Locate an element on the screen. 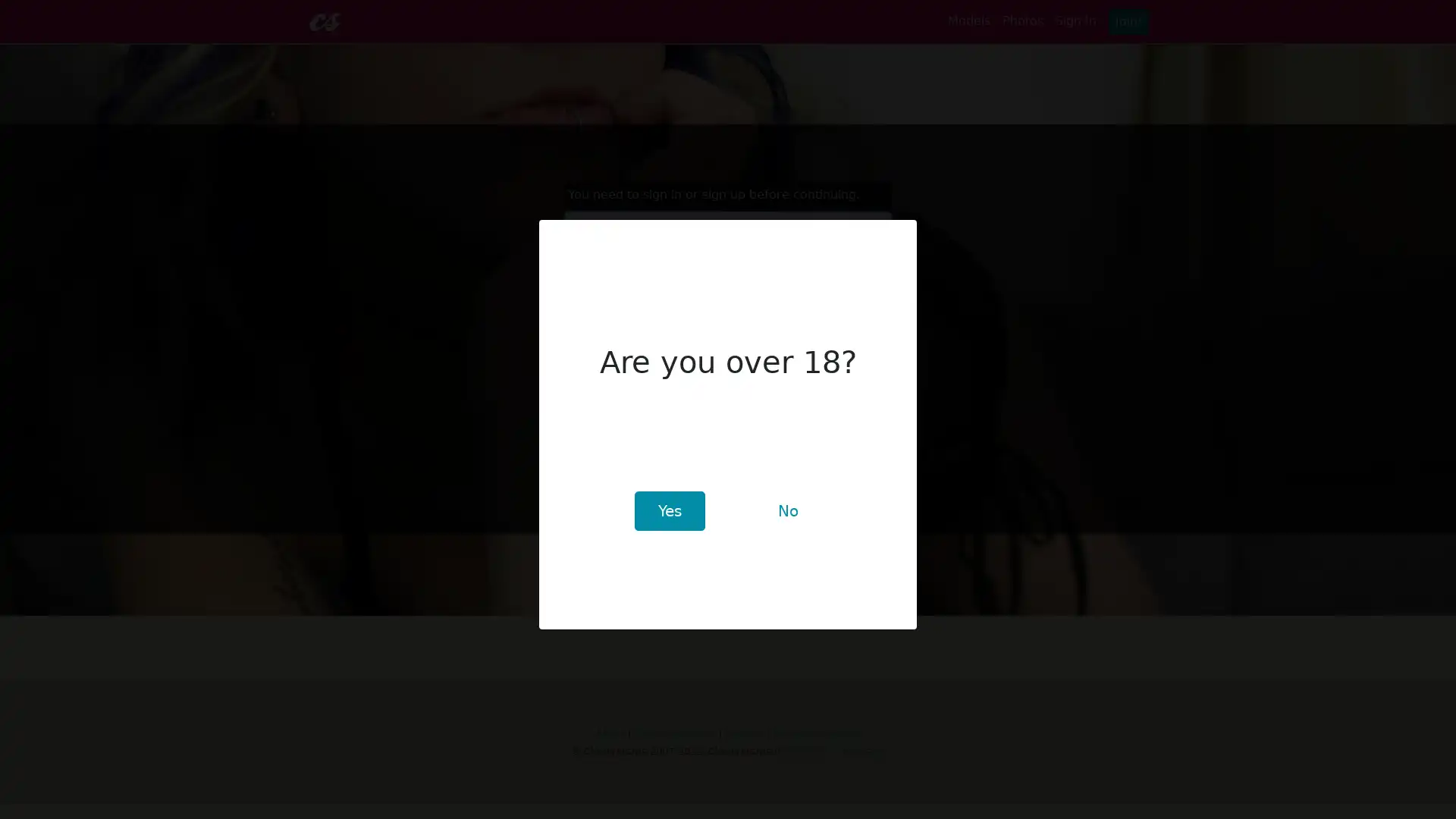 The width and height of the screenshot is (1456, 819). Yes is located at coordinates (668, 511).